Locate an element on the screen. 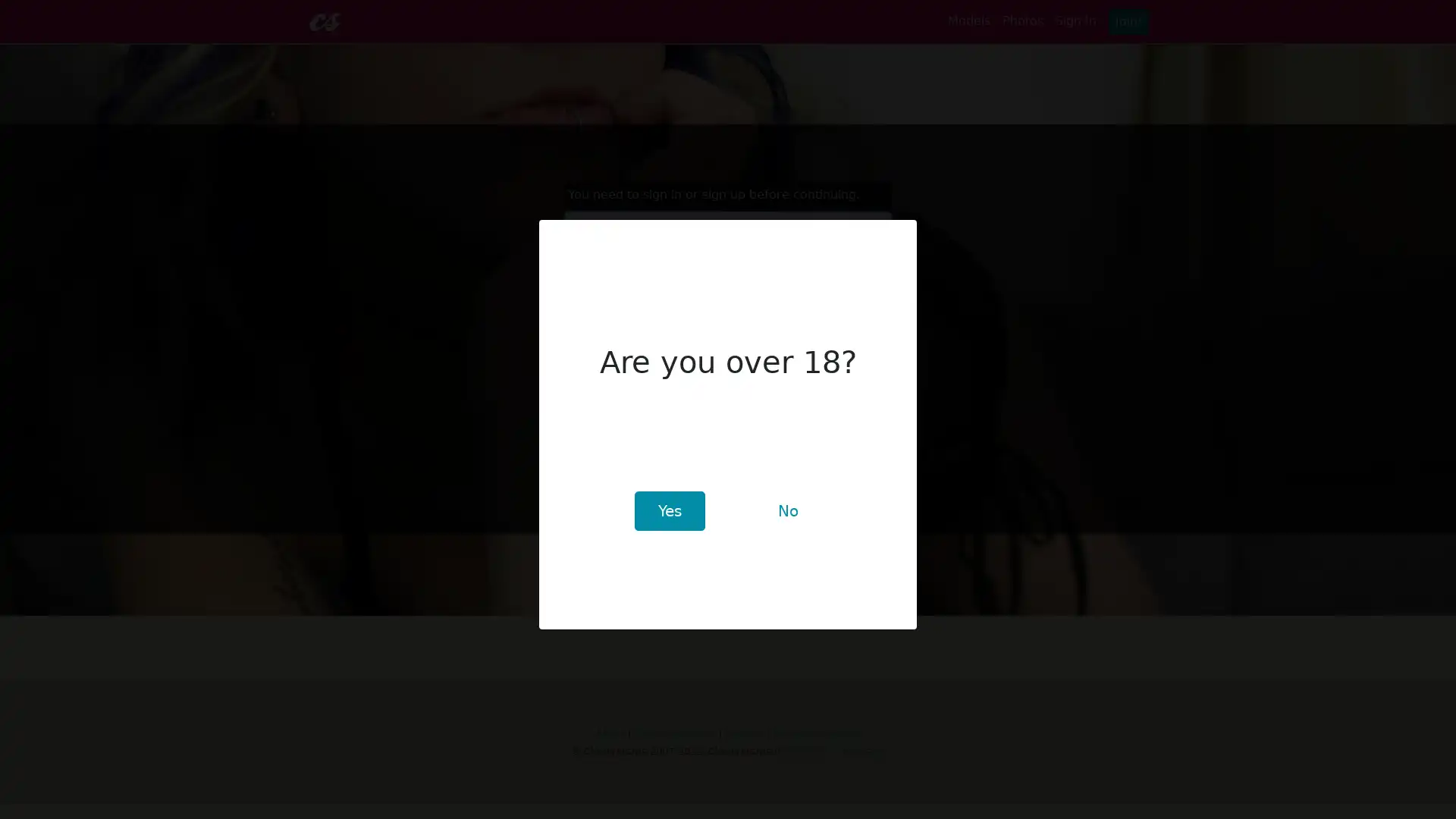 The width and height of the screenshot is (1456, 819). Yes is located at coordinates (668, 511).